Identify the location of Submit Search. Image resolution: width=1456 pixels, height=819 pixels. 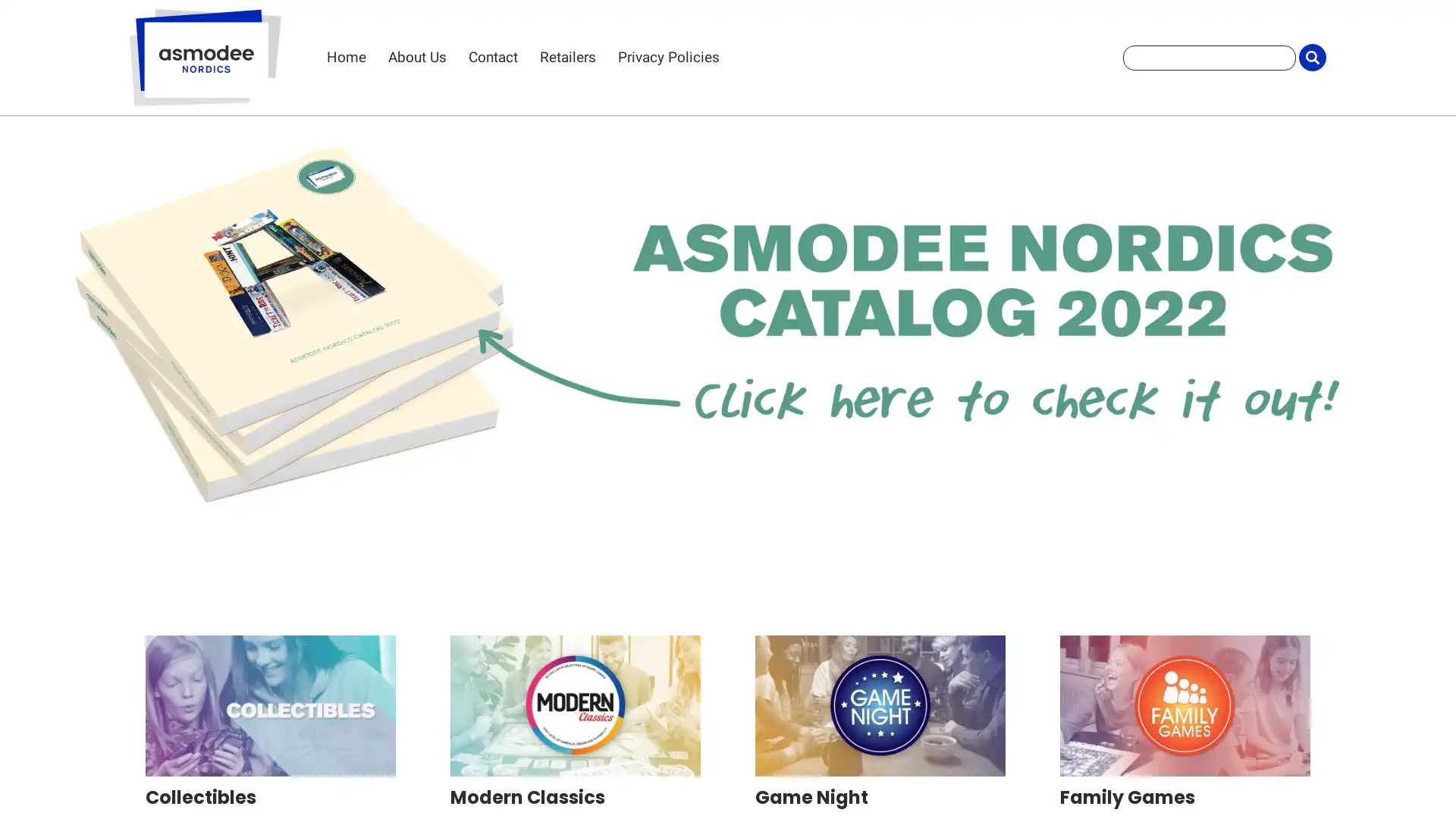
(1312, 57).